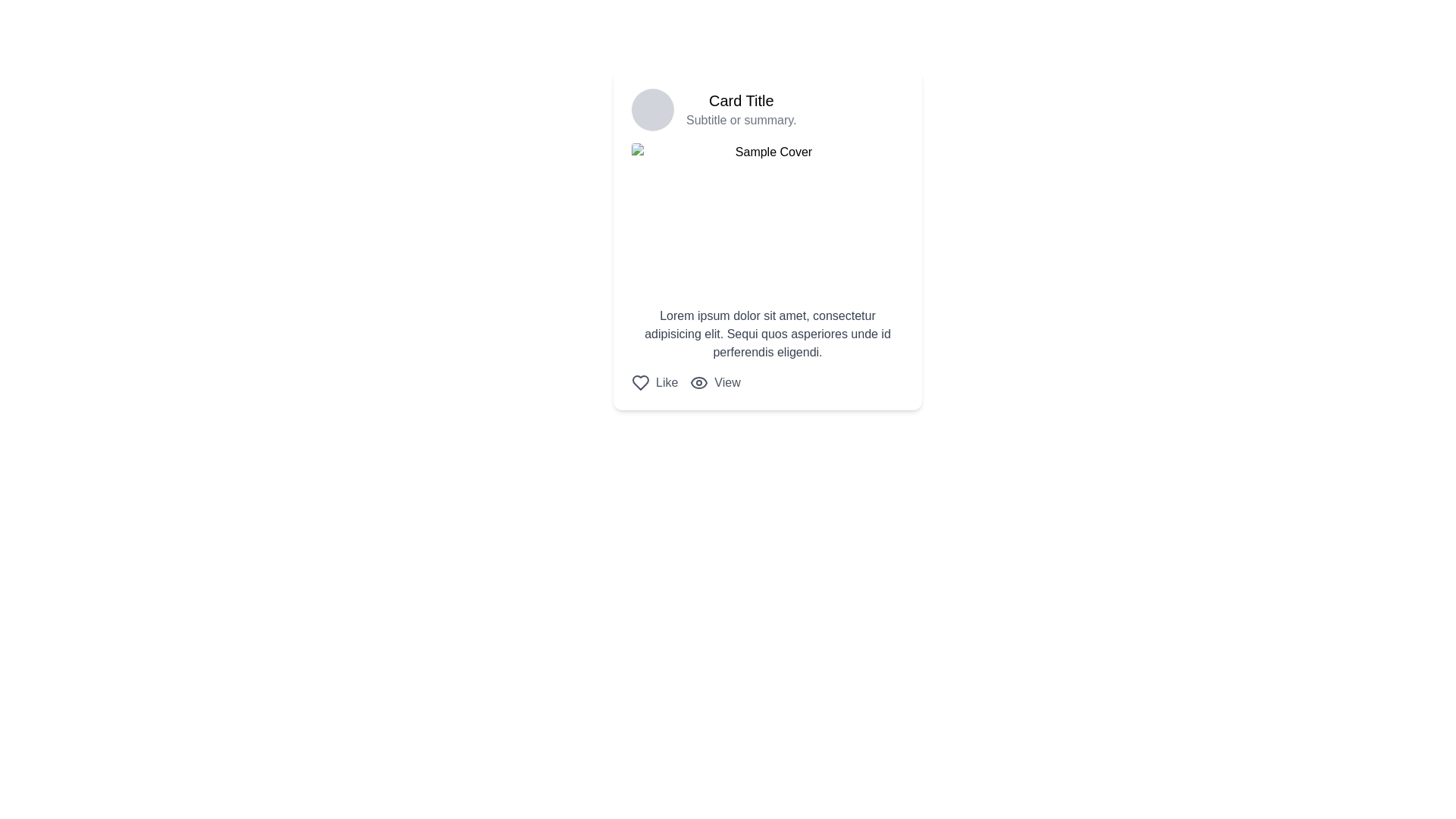 This screenshot has height=819, width=1456. Describe the element at coordinates (726, 382) in the screenshot. I see `the 'View' button text located within the interactive UI component, positioned below the card's description and to the right of the 'eye' icon` at that location.